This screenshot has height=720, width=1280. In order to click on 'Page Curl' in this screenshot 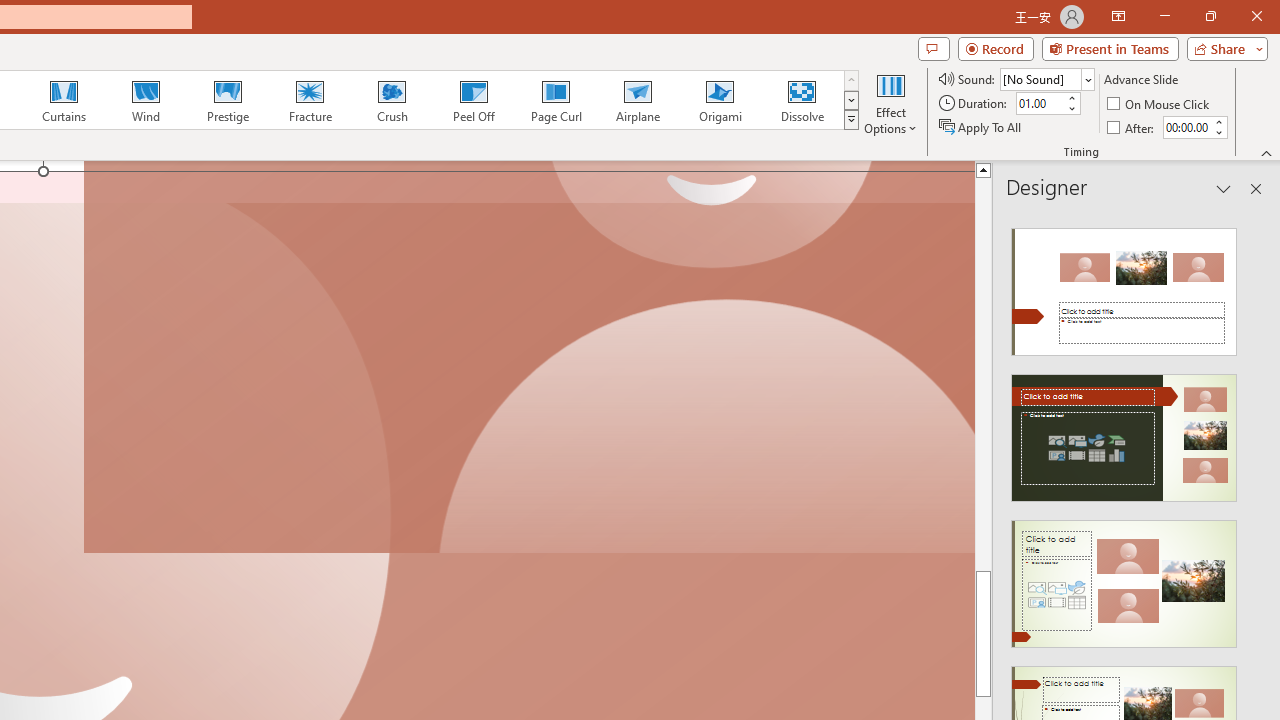, I will do `click(555, 100)`.